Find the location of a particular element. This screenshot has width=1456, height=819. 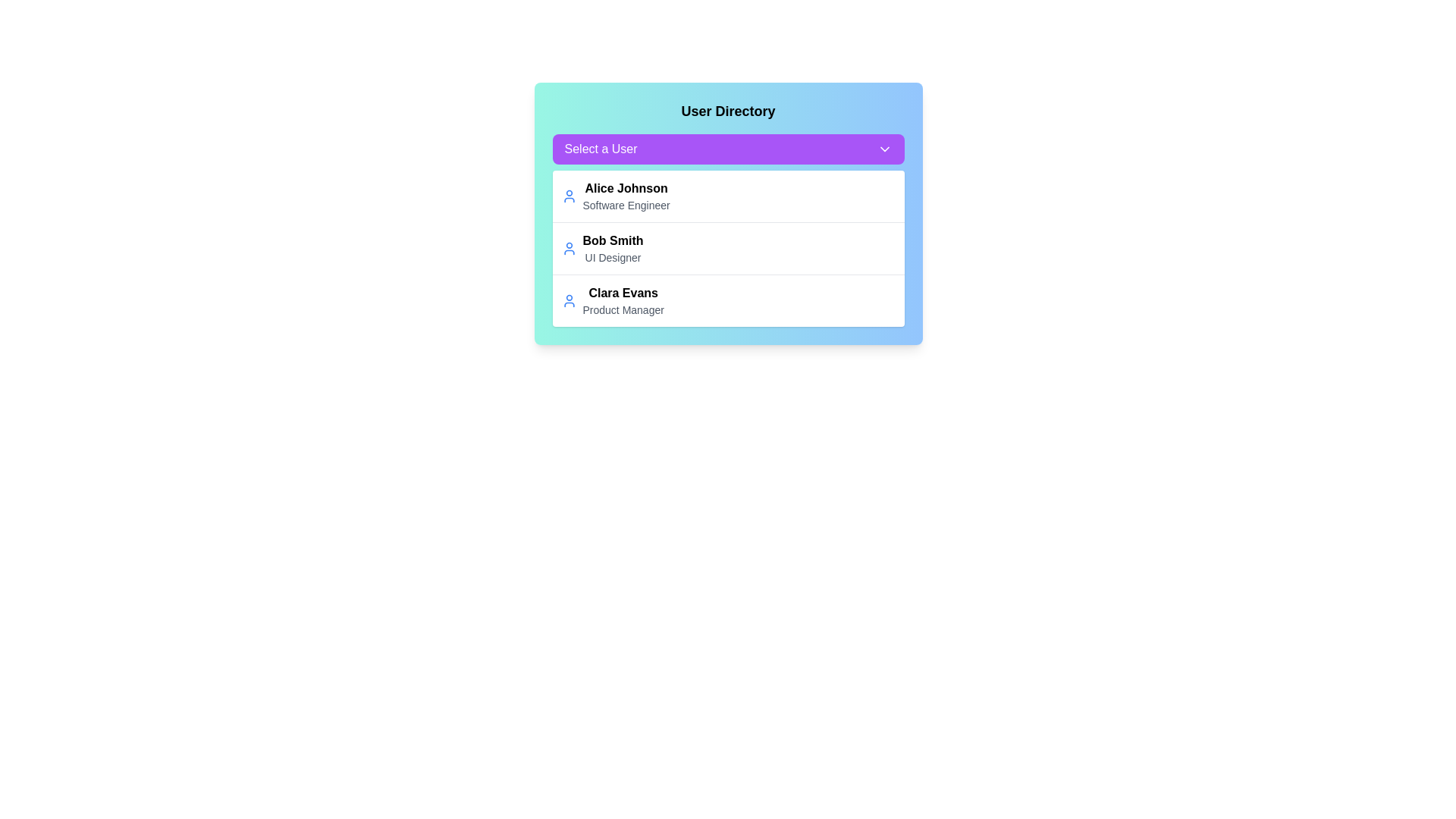

the text display that shows 'Bob Smith' in the user directory interface, which is the second item in the user entries list under the 'Select a User' dropdown is located at coordinates (613, 240).